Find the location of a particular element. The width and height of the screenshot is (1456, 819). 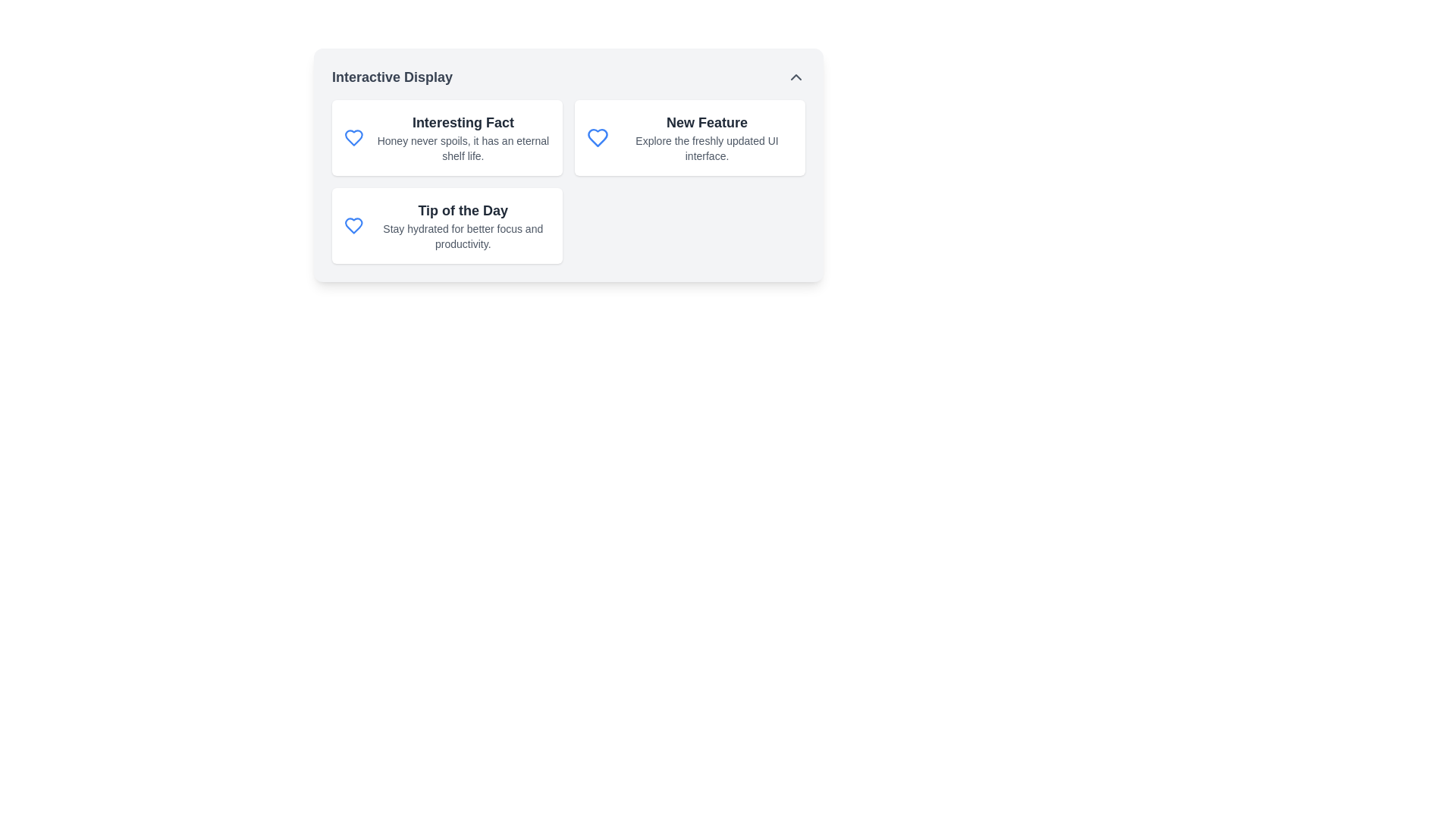

the text component that contains the message 'Explore the freshly updated UI interface.', located beneath the 'New Feature' header in the right panel of the grid is located at coordinates (706, 149).